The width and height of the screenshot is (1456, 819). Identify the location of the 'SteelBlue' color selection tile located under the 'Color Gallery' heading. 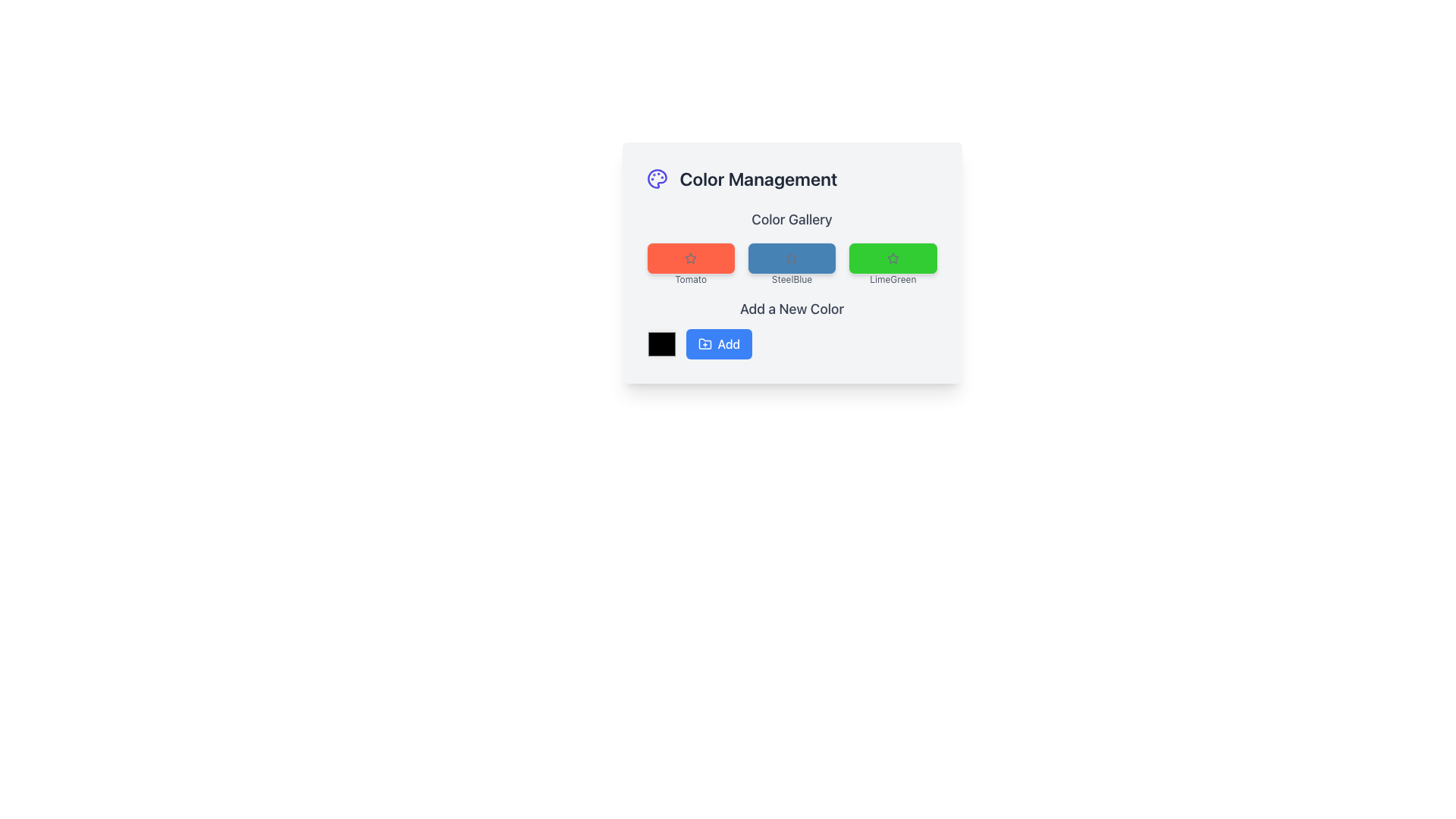
(791, 284).